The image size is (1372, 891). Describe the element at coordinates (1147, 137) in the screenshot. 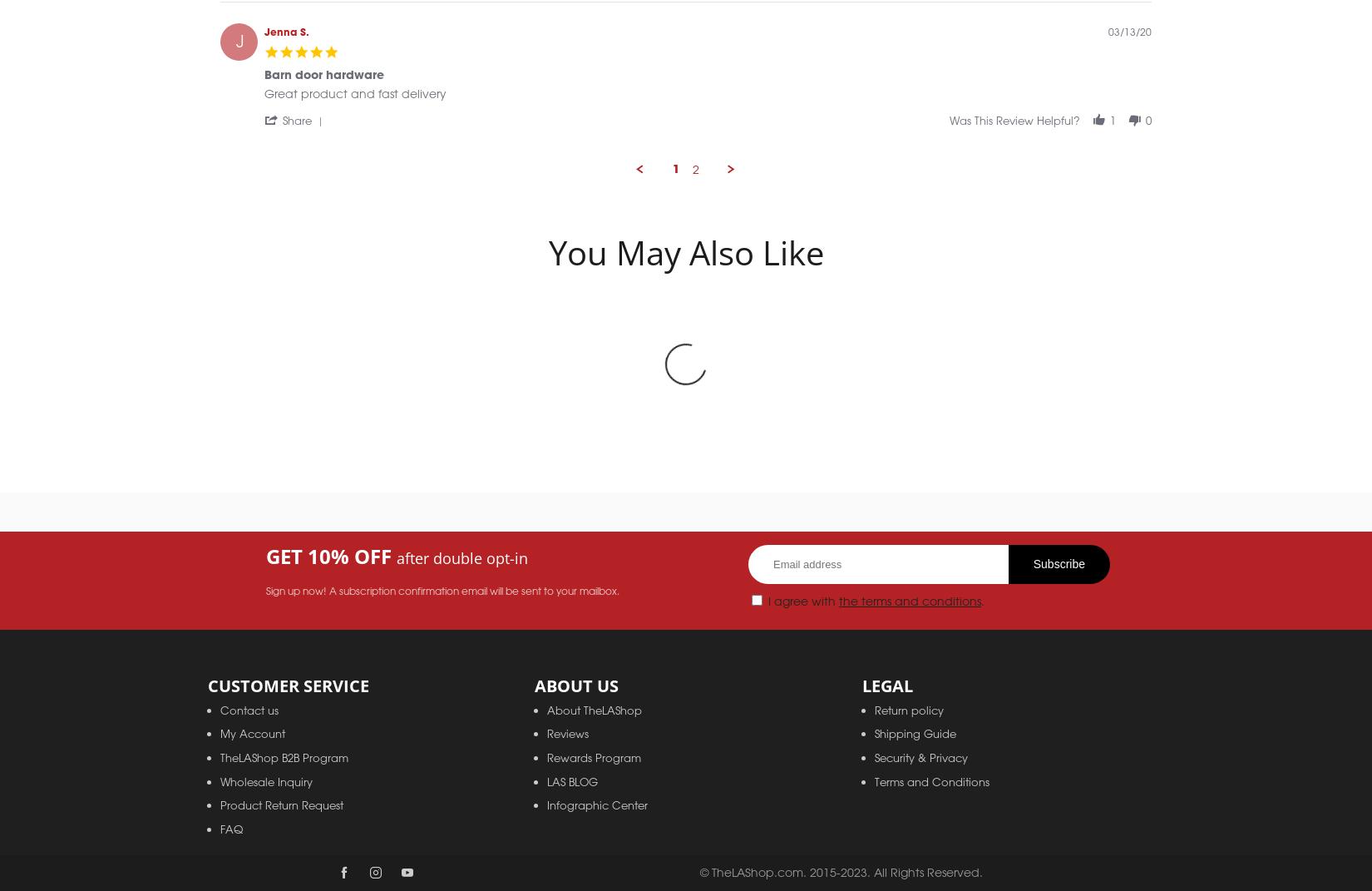

I see `'0'` at that location.